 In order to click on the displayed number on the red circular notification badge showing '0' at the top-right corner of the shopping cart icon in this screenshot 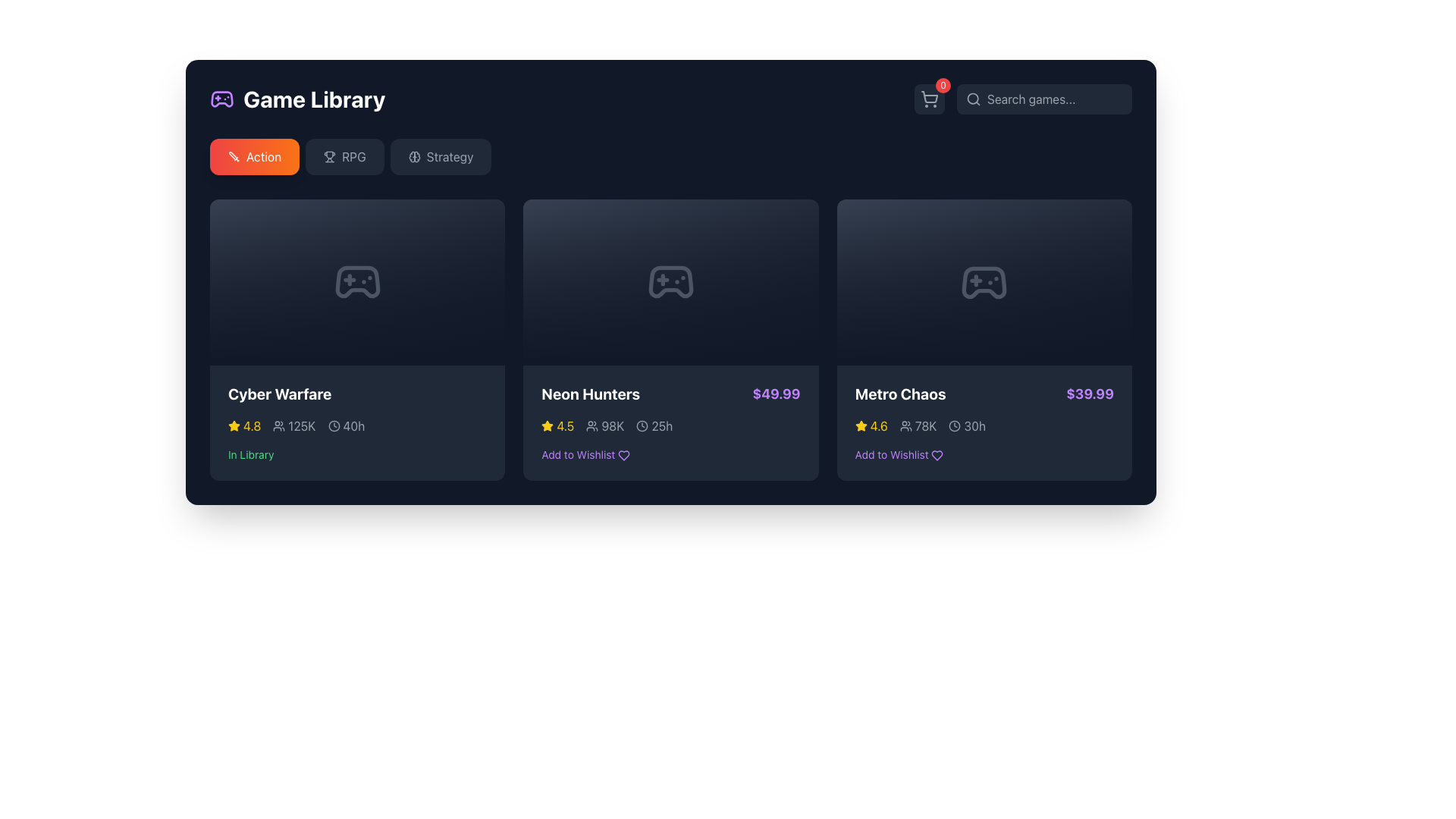, I will do `click(942, 85)`.